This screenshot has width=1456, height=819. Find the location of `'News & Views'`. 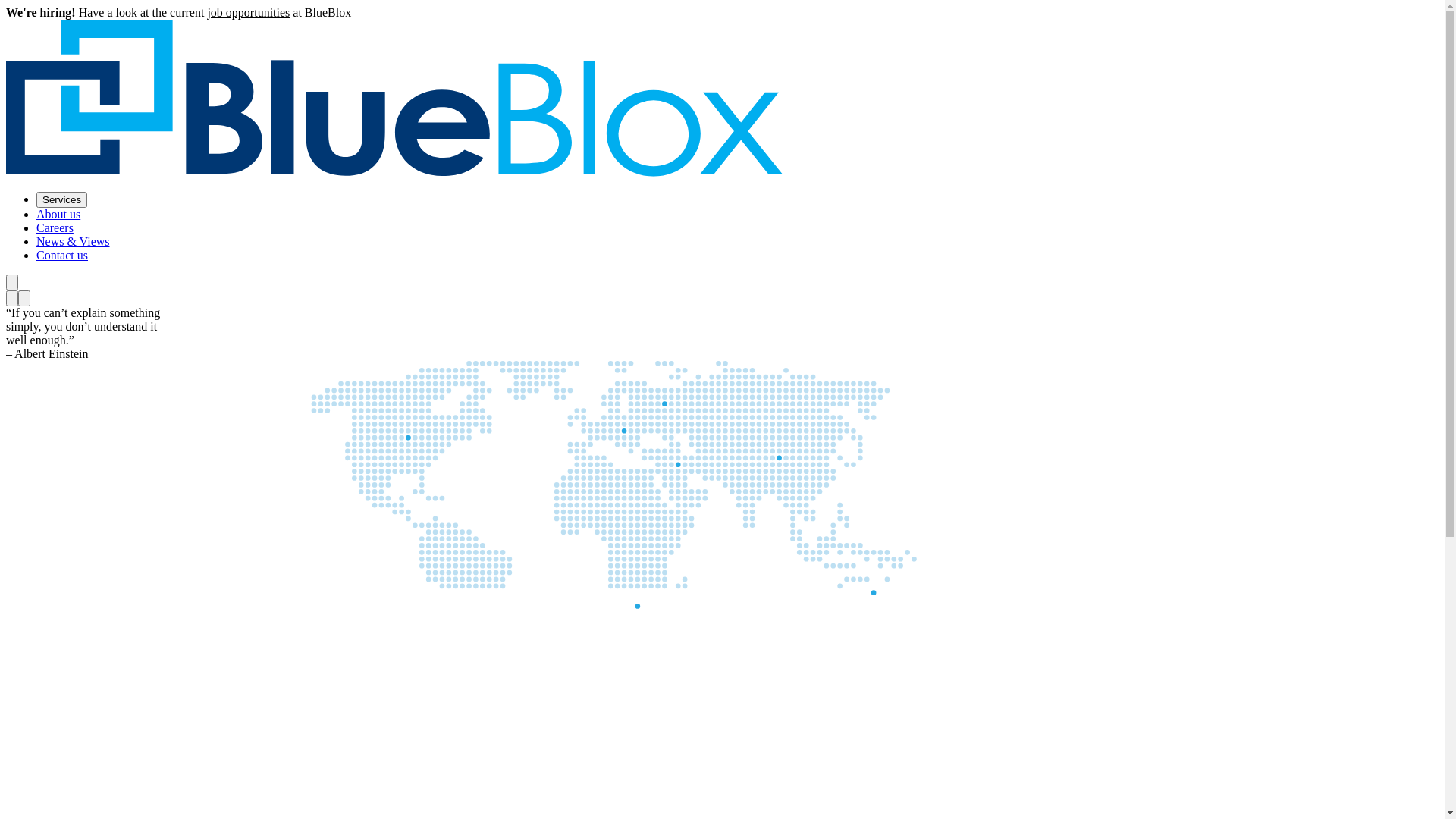

'News & Views' is located at coordinates (72, 240).